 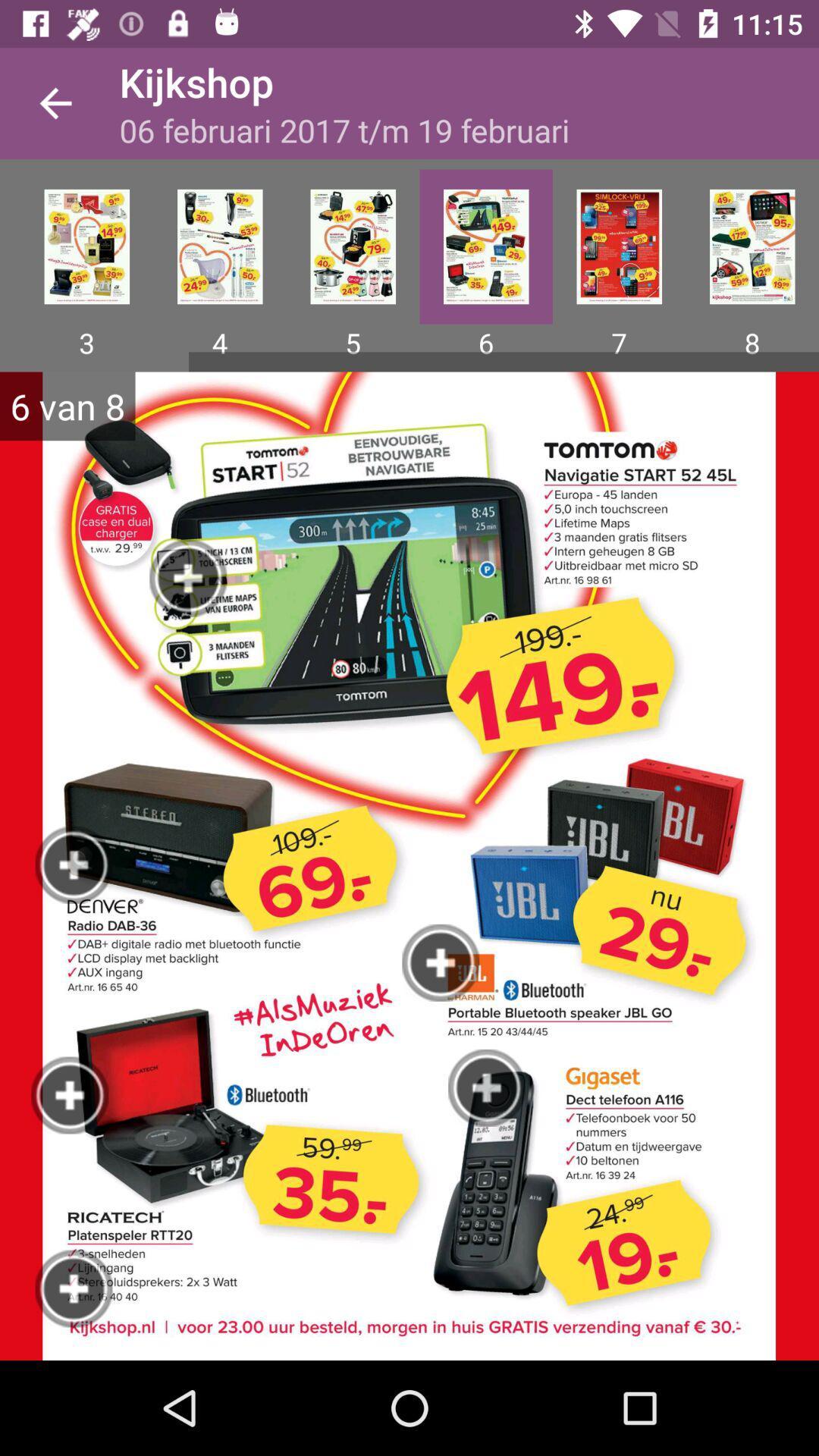 I want to click on tap on the image which is above 3, so click(x=87, y=247).